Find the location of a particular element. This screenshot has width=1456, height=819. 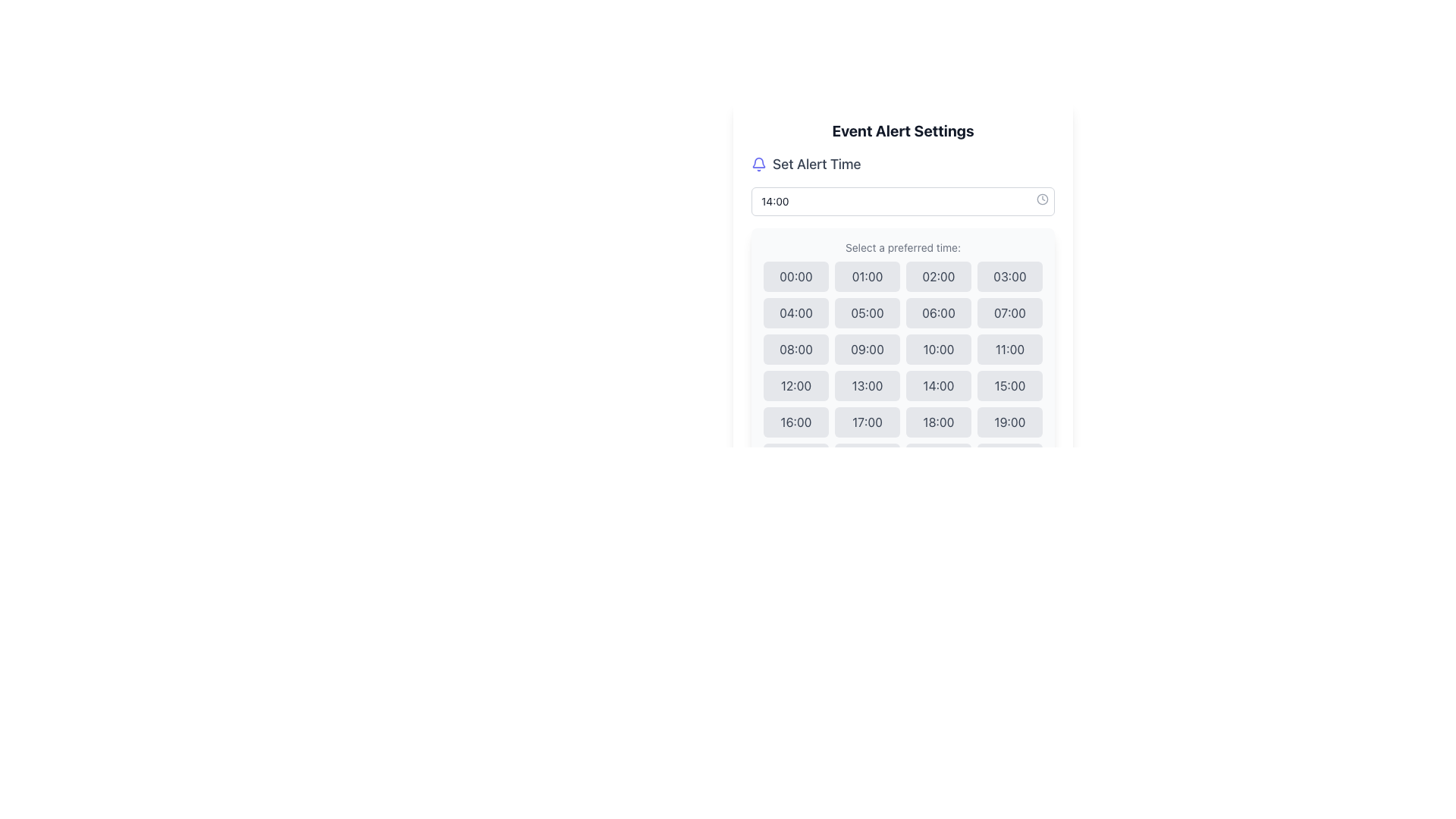

the time selector button in the second row and second column of the time selection grid to set the alert time to '06:00' is located at coordinates (938, 312).